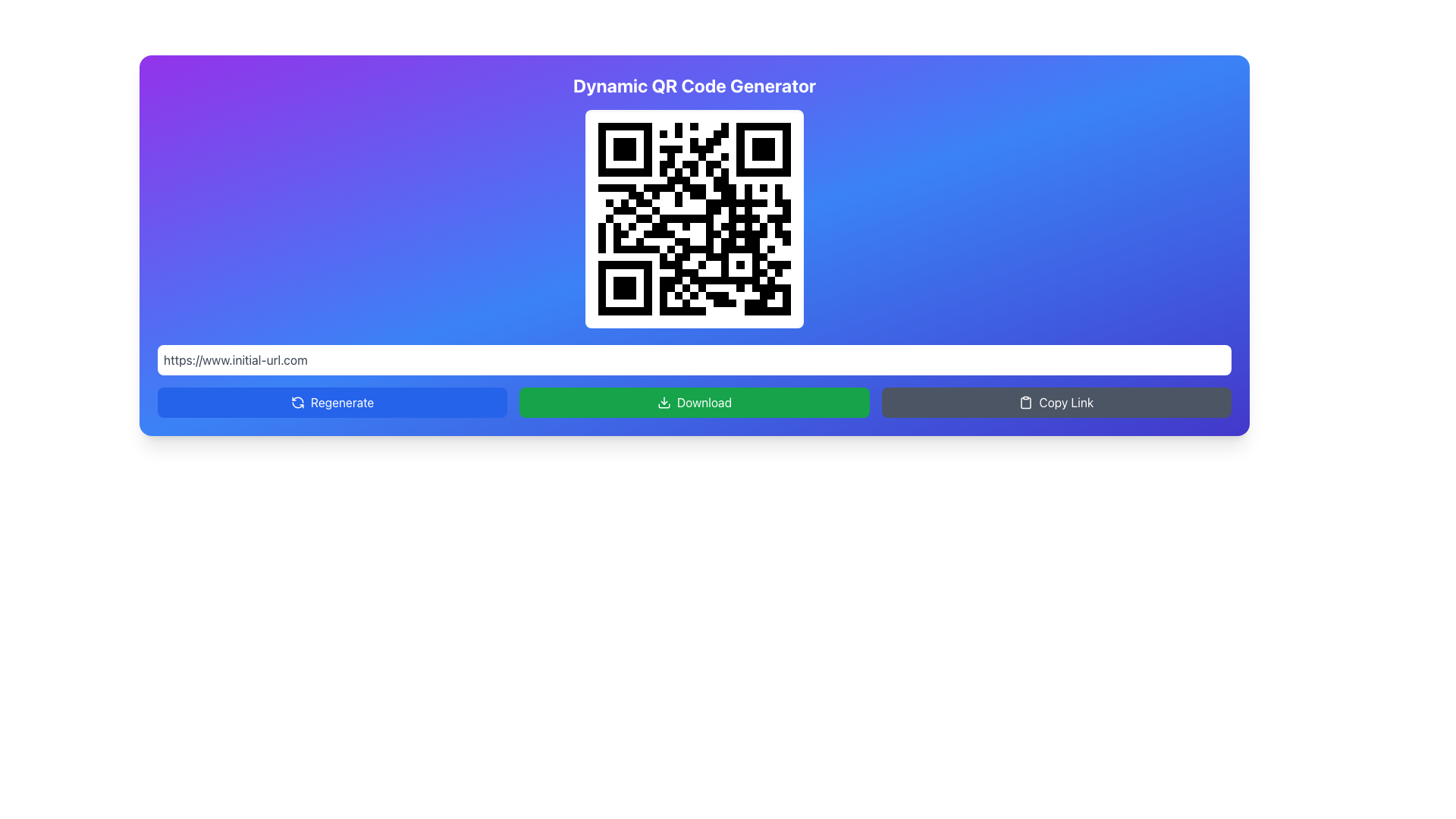 This screenshot has height=819, width=1456. What do you see at coordinates (298, 402) in the screenshot?
I see `the refresh icon within the blue 'Regenerate' button` at bounding box center [298, 402].